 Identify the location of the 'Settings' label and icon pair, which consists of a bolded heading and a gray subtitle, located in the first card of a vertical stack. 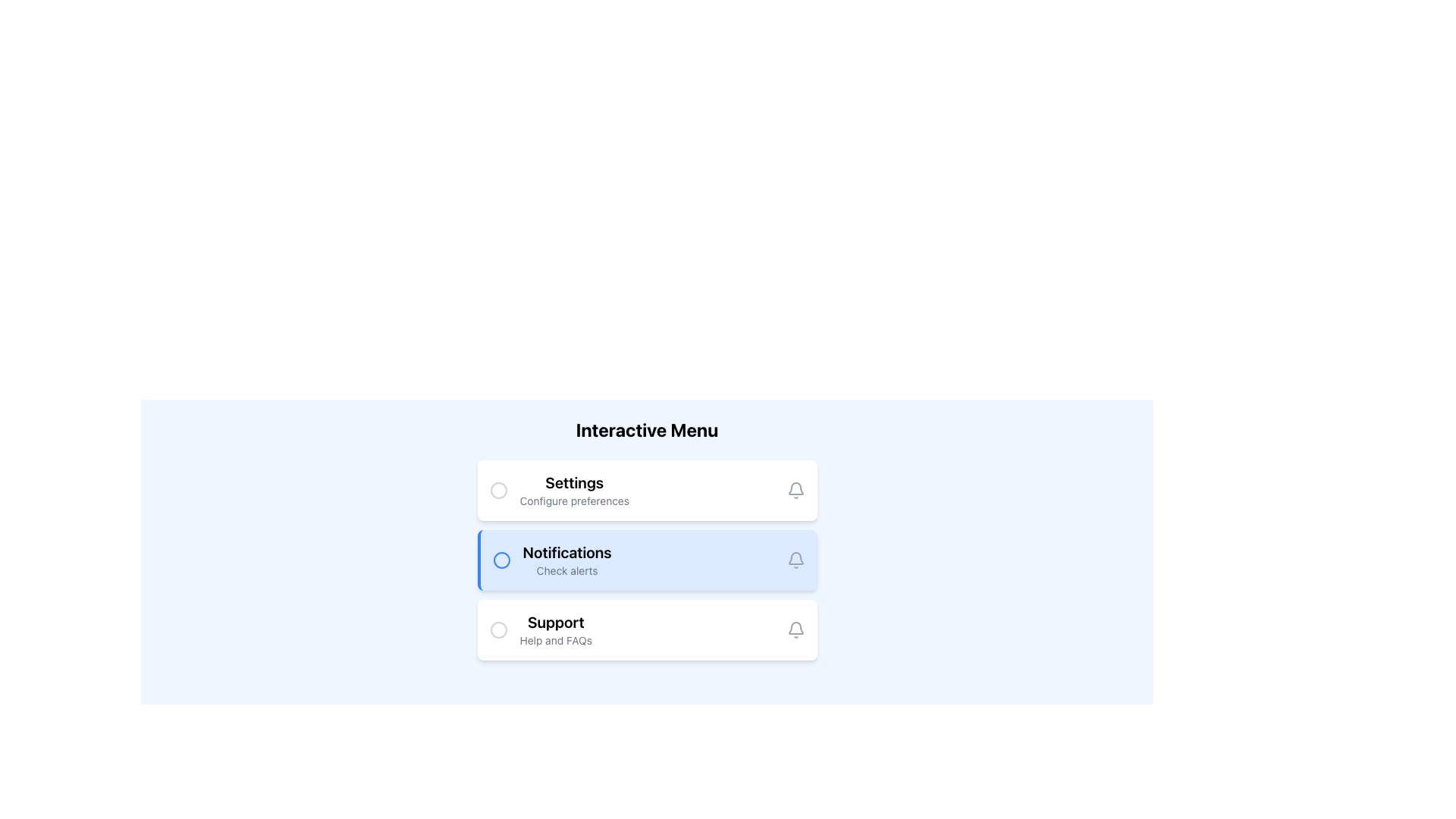
(558, 491).